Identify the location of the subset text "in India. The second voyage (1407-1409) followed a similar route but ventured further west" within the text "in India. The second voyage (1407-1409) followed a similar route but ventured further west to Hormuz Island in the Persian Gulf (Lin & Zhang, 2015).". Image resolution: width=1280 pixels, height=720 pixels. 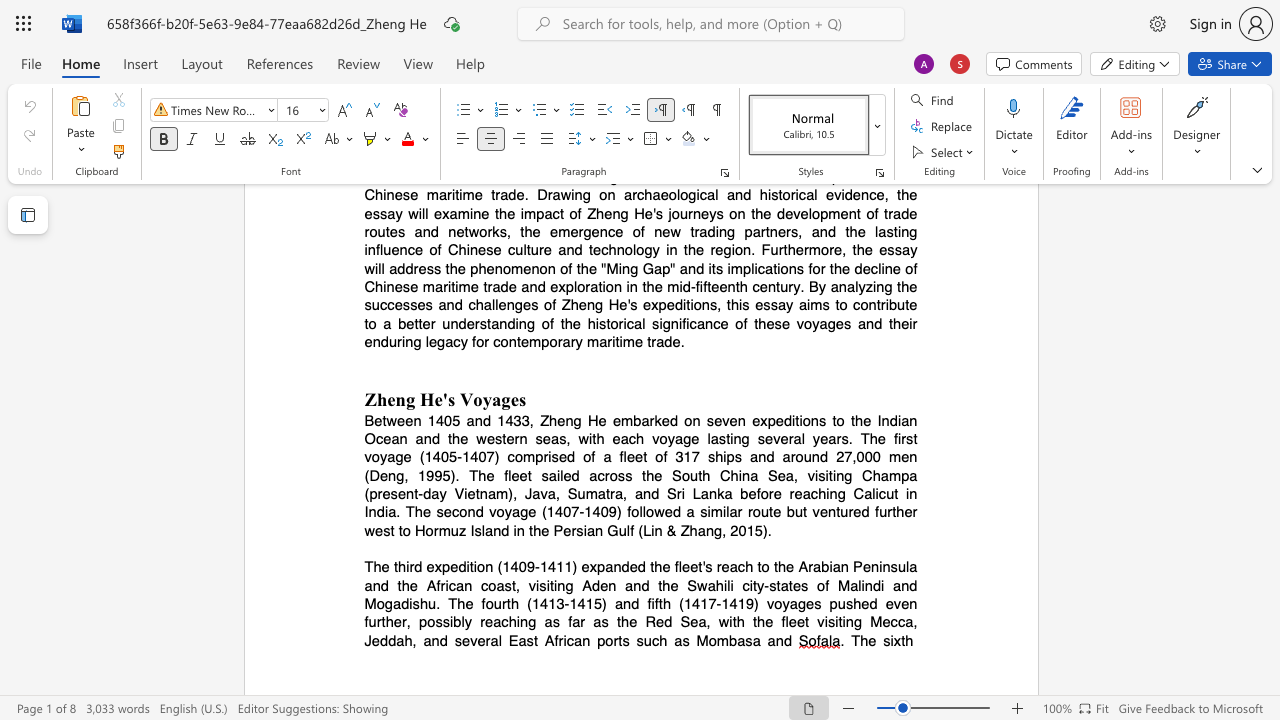
(905, 494).